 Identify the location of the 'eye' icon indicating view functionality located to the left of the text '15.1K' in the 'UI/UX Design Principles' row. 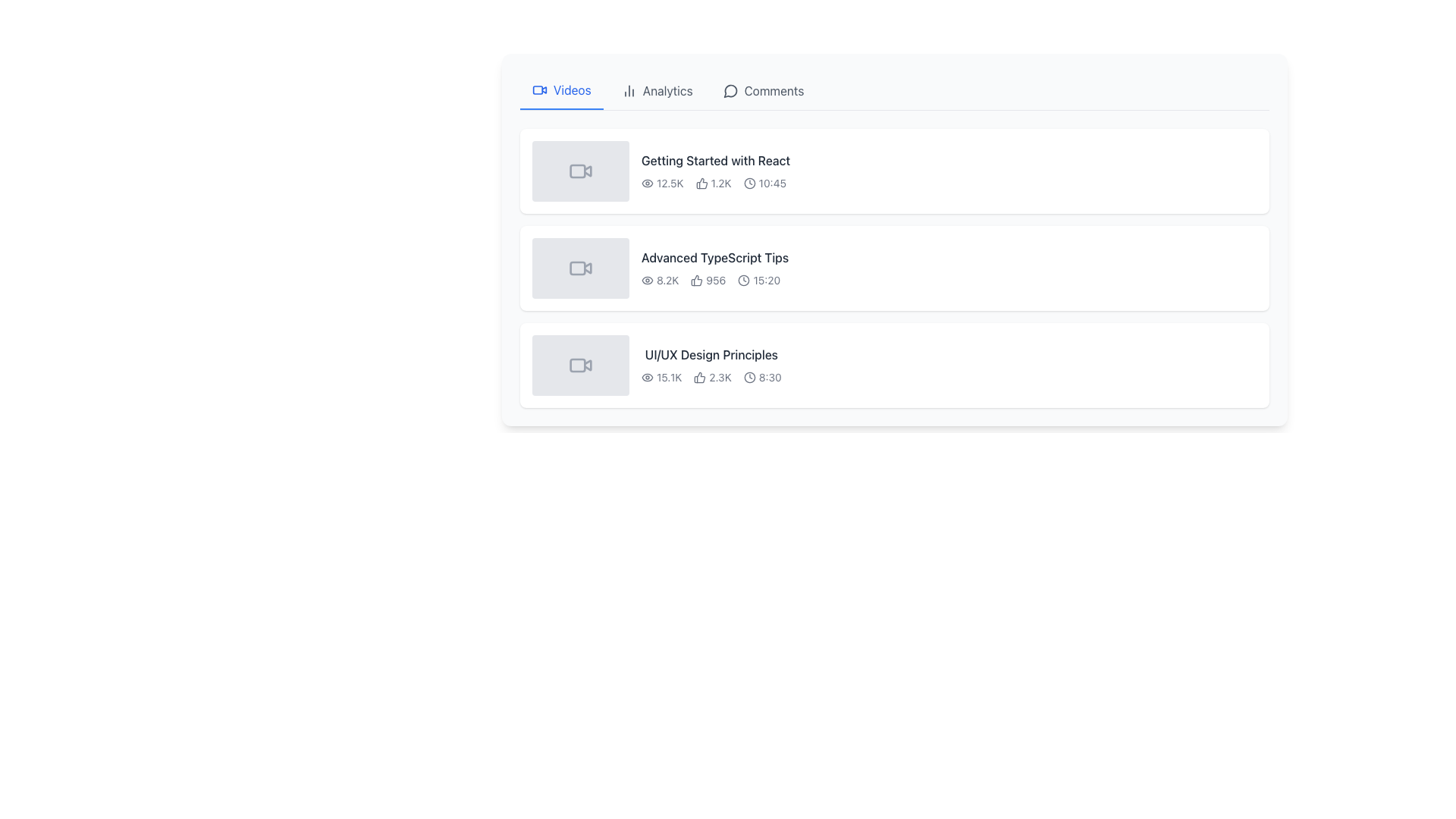
(648, 376).